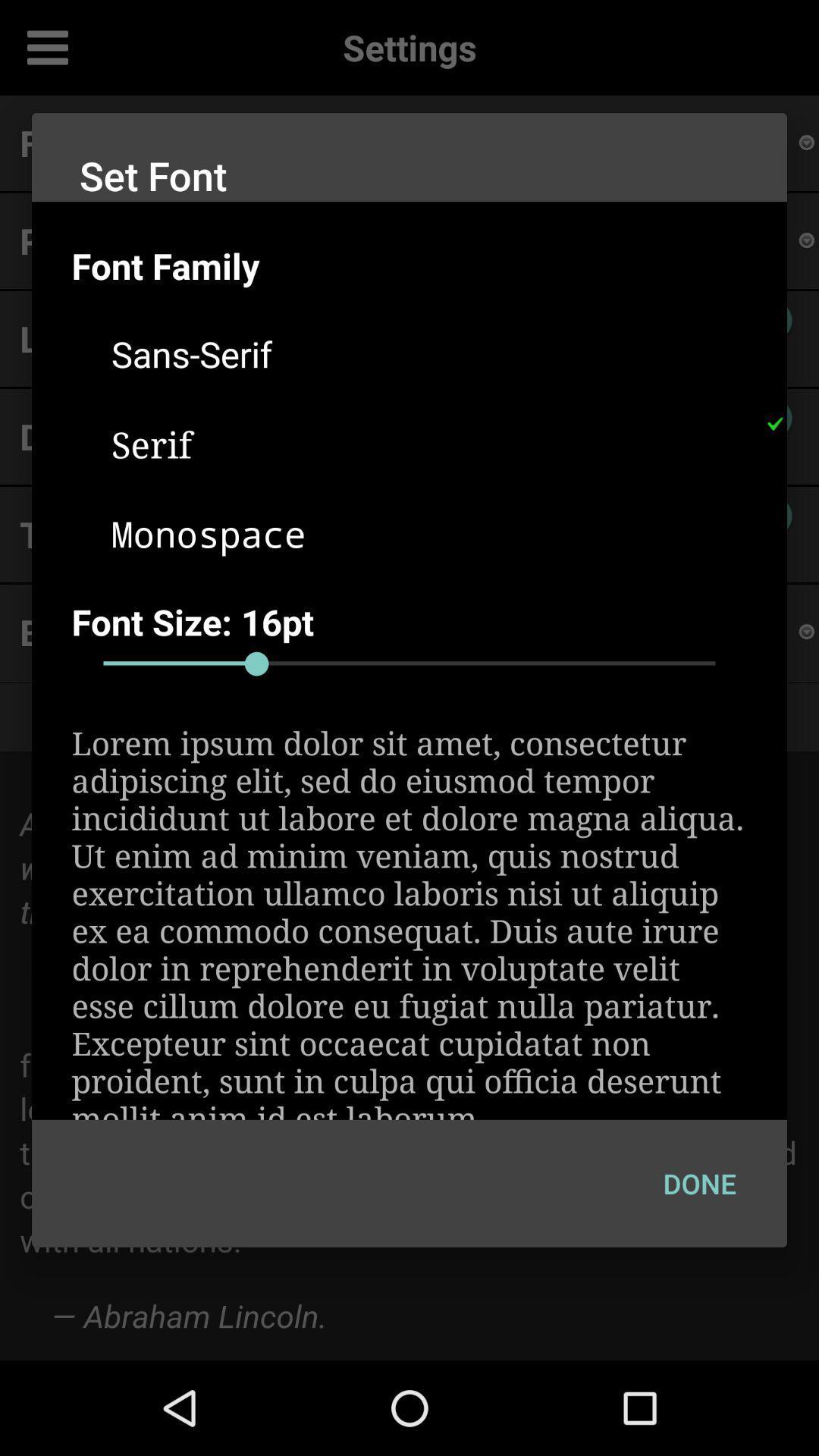 This screenshot has width=819, height=1456. What do you see at coordinates (409, 920) in the screenshot?
I see `item above the done icon` at bounding box center [409, 920].